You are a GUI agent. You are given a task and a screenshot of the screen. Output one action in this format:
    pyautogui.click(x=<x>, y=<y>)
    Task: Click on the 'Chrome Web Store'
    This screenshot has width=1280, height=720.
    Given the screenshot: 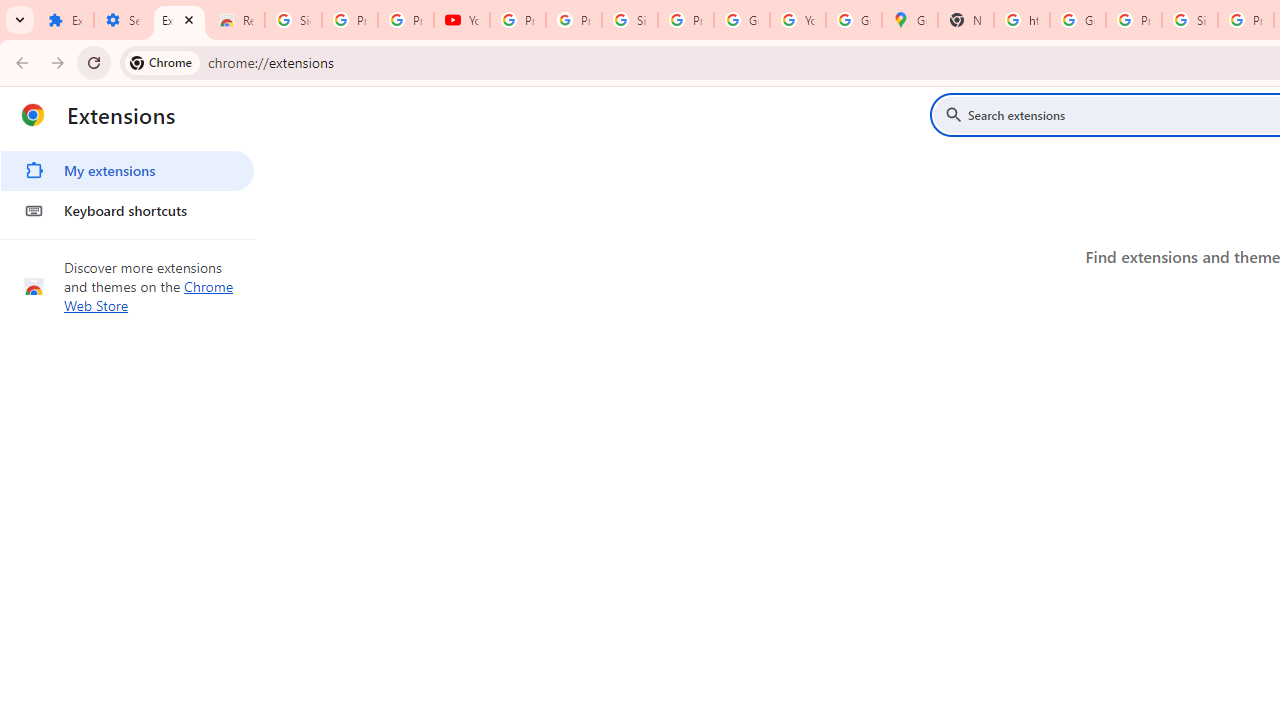 What is the action you would take?
    pyautogui.click(x=148, y=296)
    